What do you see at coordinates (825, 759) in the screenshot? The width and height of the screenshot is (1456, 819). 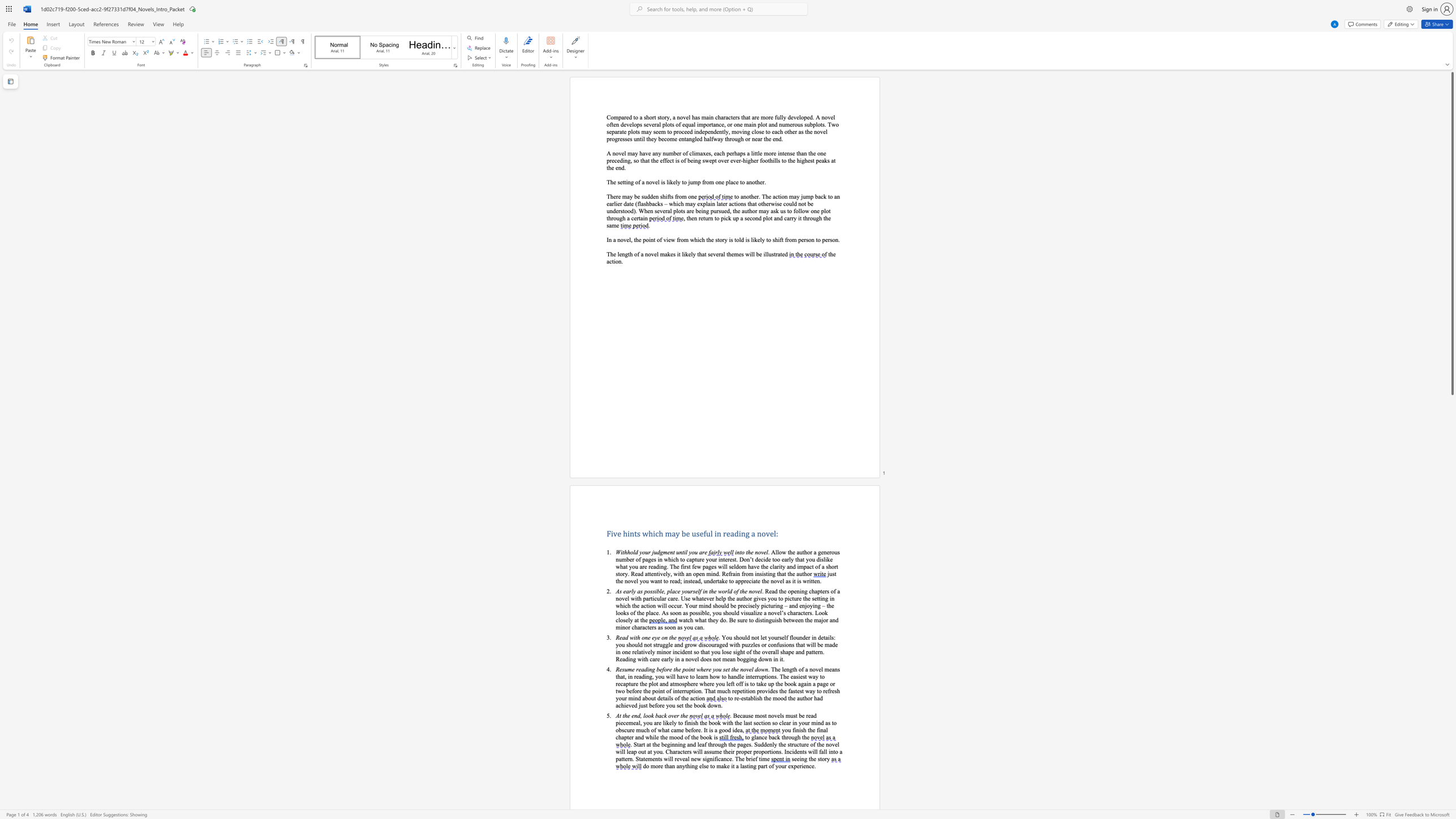 I see `the 1th character "r" in the text` at bounding box center [825, 759].